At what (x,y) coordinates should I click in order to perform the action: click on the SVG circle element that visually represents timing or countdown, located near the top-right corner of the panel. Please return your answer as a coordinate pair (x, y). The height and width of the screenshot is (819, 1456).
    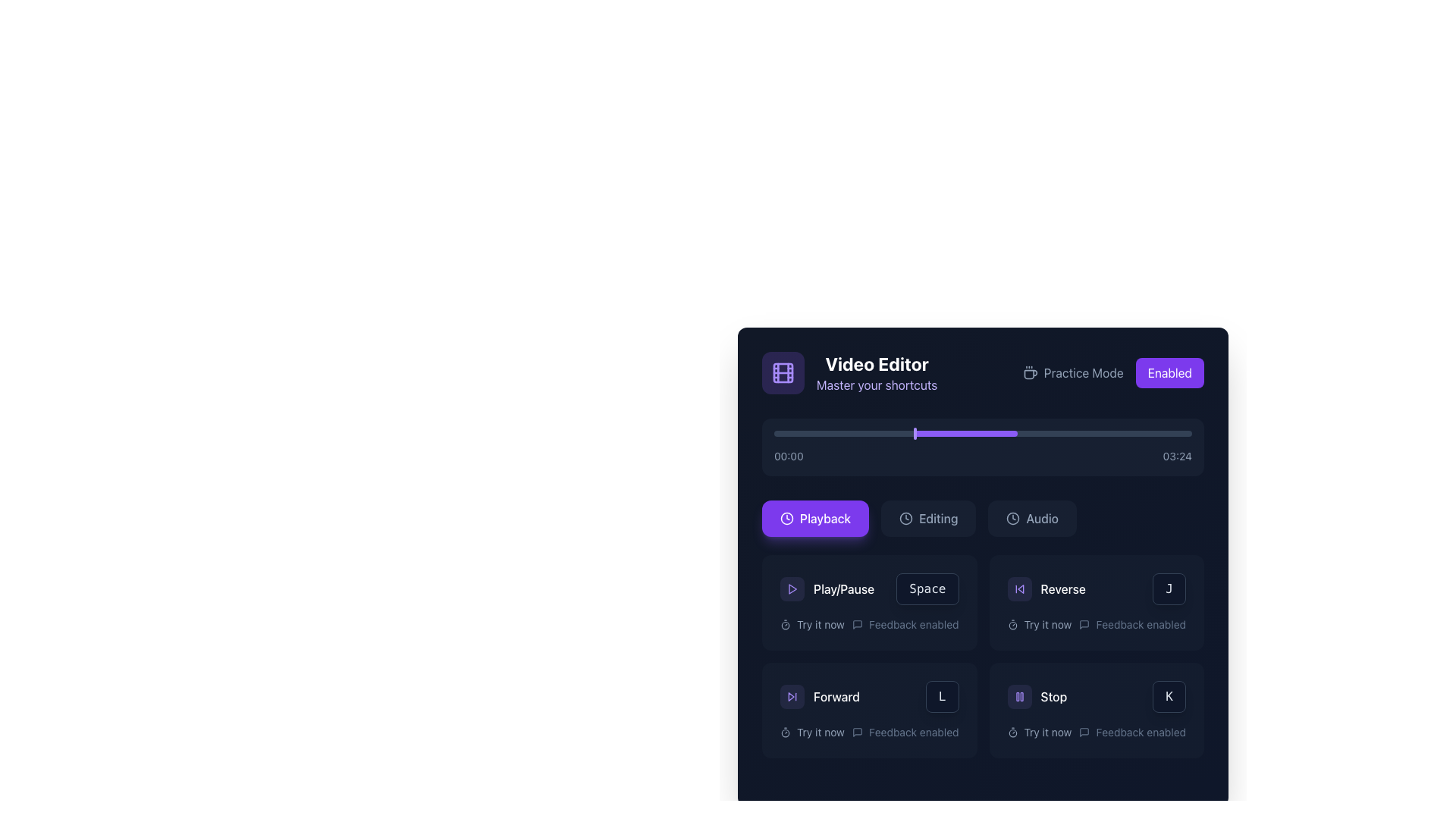
    Looking at the image, I should click on (786, 733).